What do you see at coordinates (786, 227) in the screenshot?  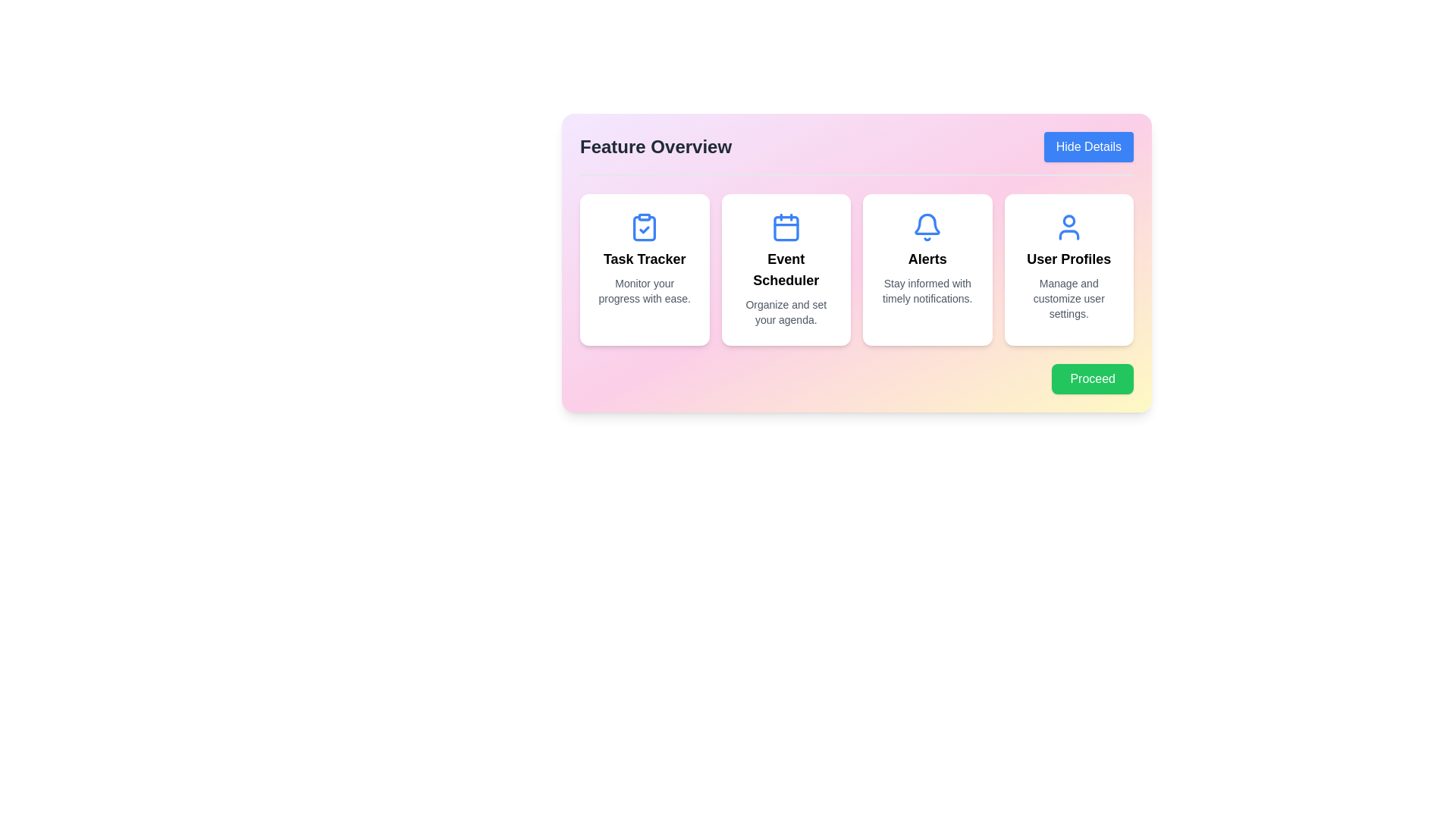 I see `the calendar icon which is centered within the 'Event Scheduler' card, positioned above the text 'Event Scheduler' and 'Organize and set your agenda.'` at bounding box center [786, 227].